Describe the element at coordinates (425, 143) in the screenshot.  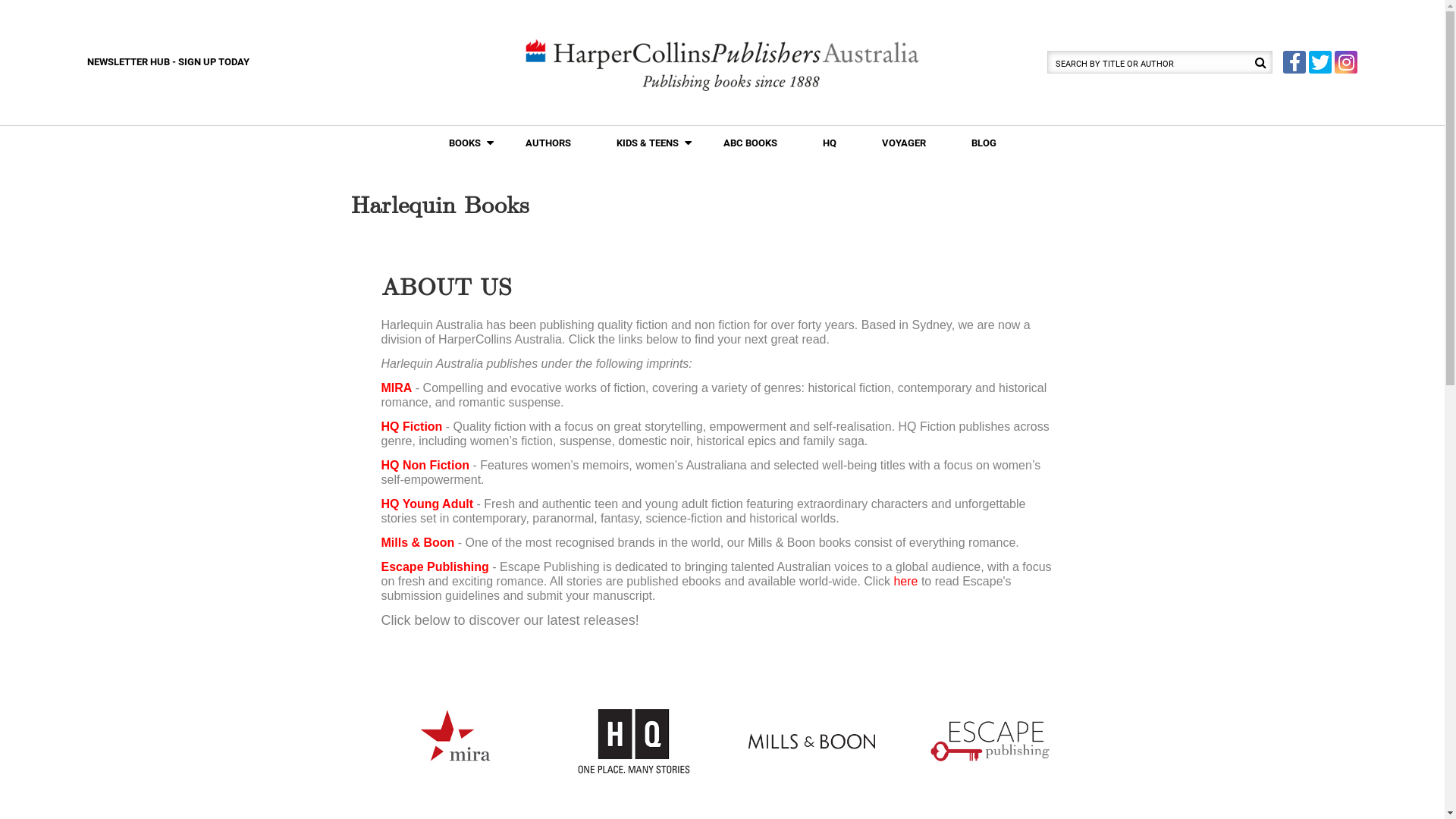
I see `'BOOKS'` at that location.